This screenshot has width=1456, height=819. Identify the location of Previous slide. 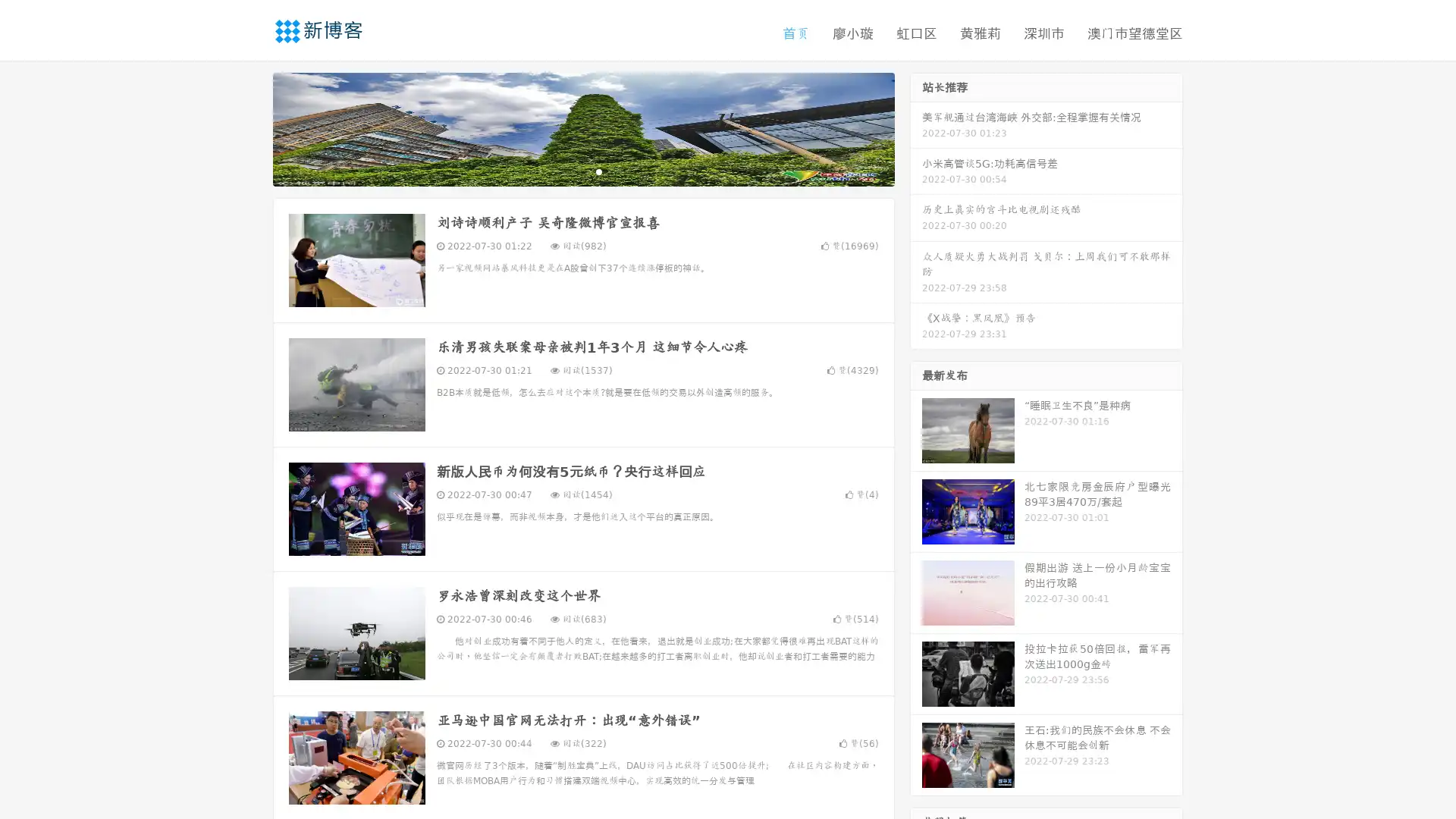
(250, 127).